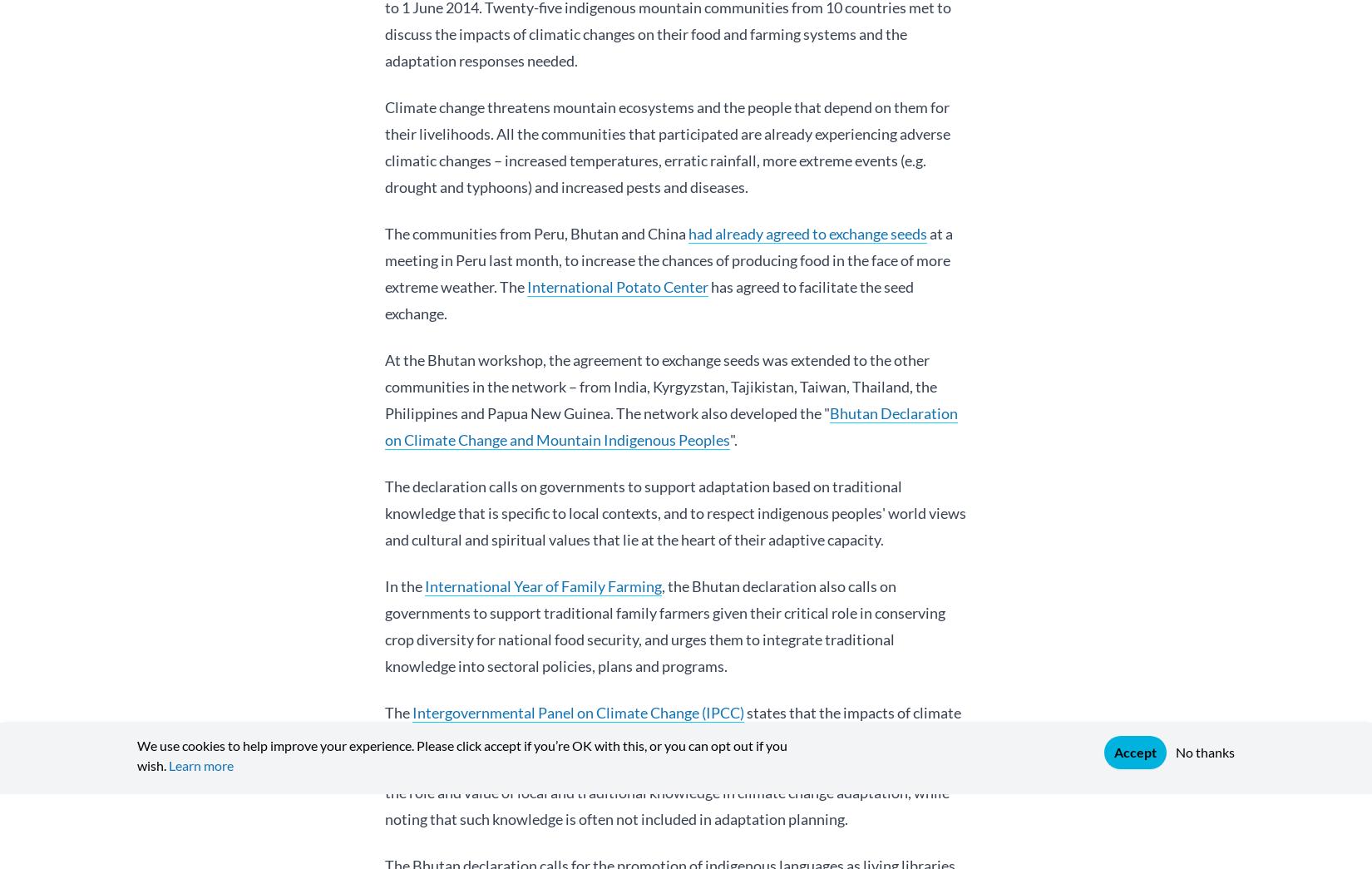  Describe the element at coordinates (1134, 752) in the screenshot. I see `'Accept'` at that location.